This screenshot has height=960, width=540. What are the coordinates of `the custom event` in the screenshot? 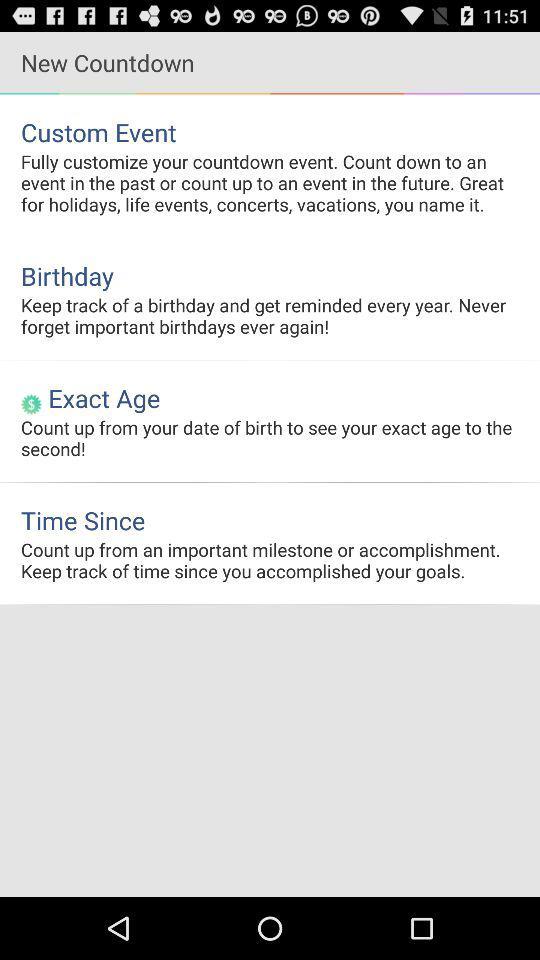 It's located at (270, 131).